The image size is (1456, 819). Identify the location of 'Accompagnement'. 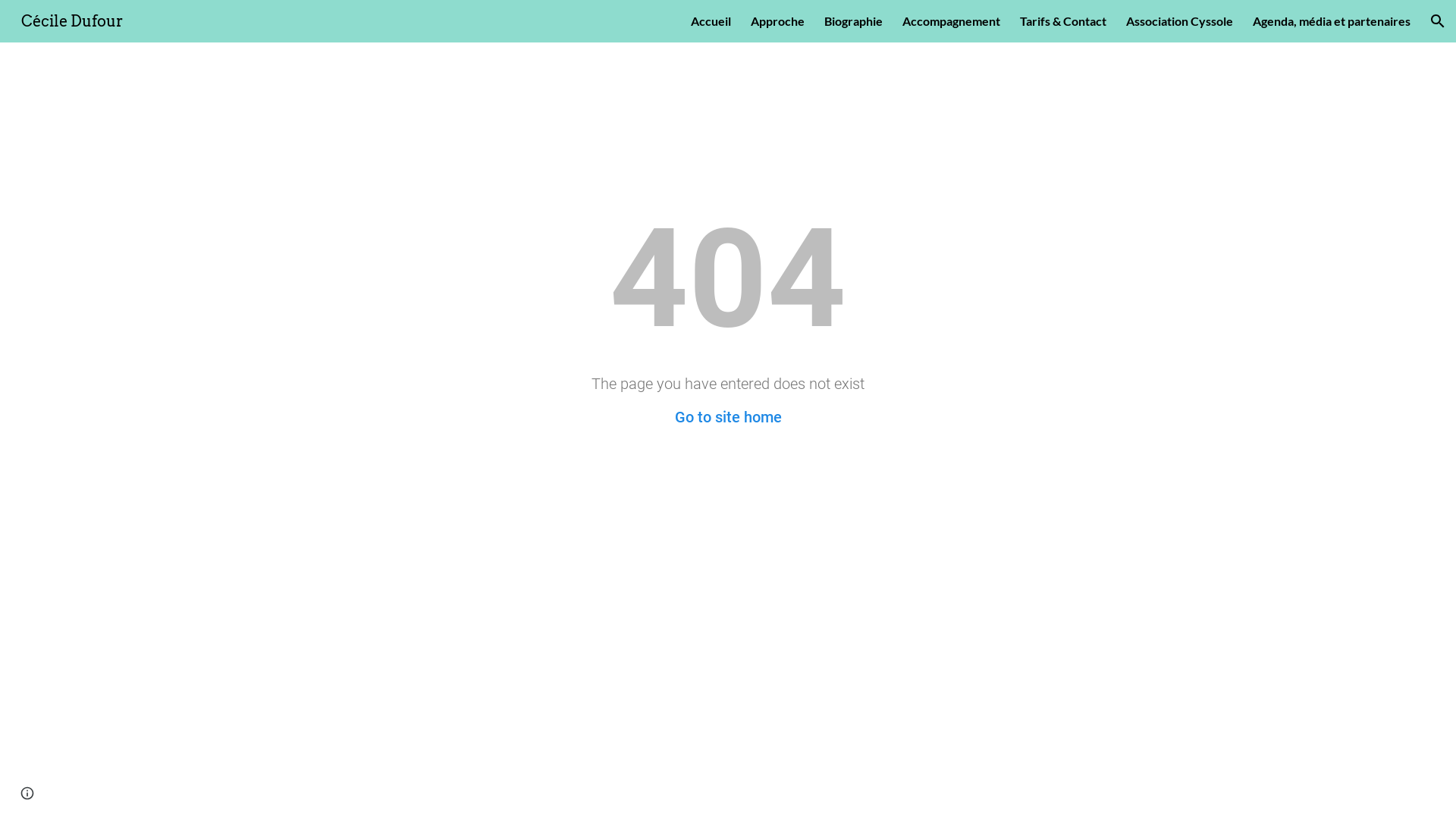
(950, 20).